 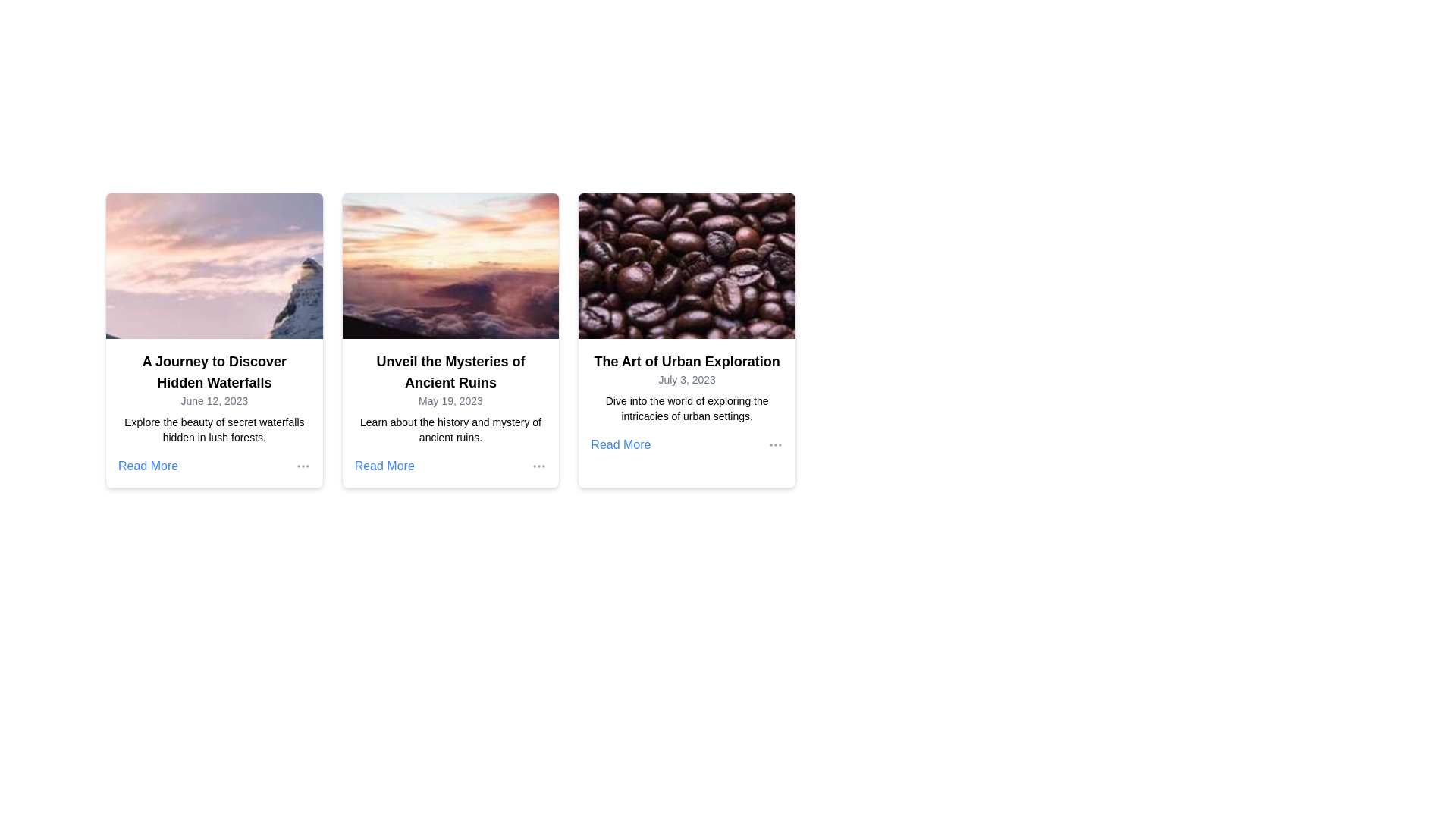 I want to click on the 'Read More' hyperlink located at the bottom section of the card titled 'The Art of Urban Exploration', so click(x=686, y=444).